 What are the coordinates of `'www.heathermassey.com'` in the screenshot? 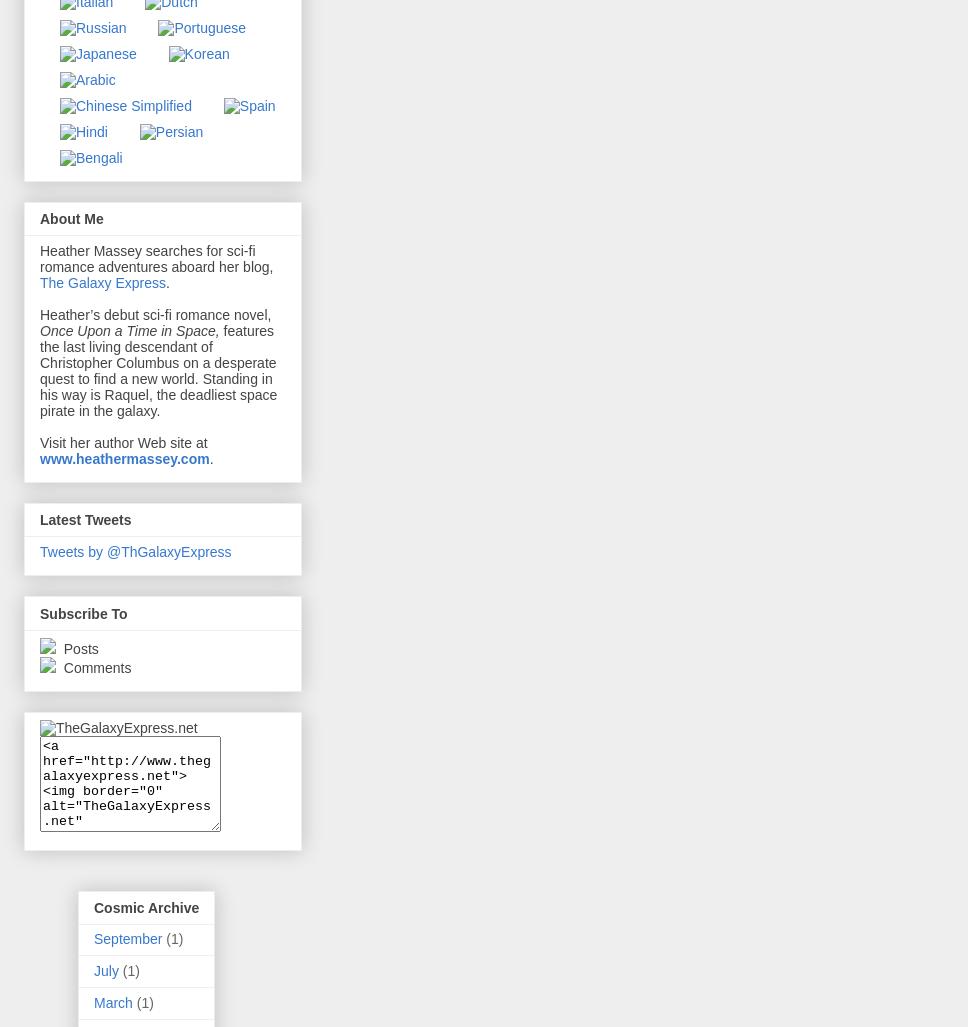 It's located at (123, 458).